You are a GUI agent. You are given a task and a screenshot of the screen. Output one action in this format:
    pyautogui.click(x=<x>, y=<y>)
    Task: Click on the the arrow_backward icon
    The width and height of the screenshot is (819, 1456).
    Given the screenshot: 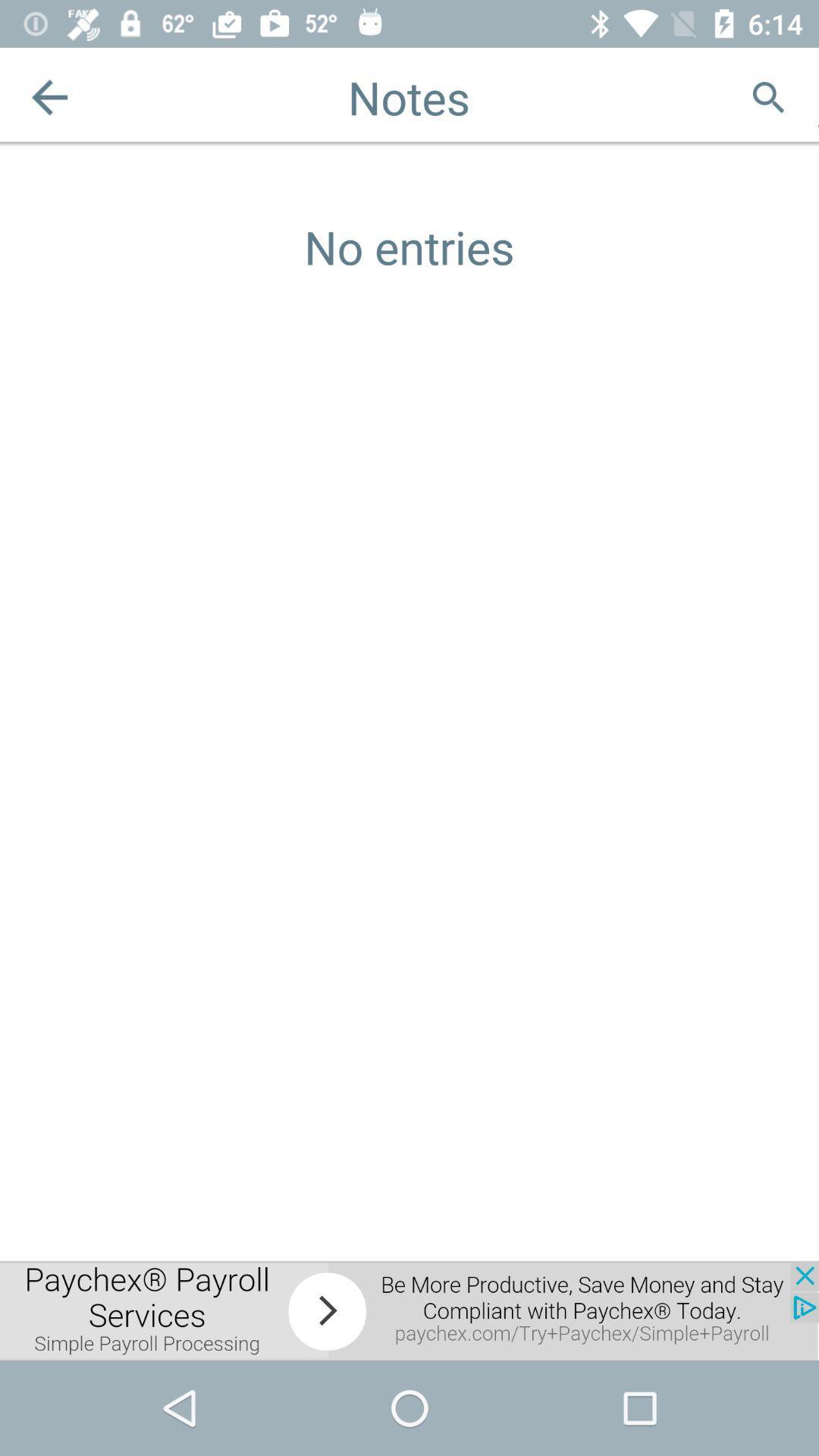 What is the action you would take?
    pyautogui.click(x=49, y=96)
    